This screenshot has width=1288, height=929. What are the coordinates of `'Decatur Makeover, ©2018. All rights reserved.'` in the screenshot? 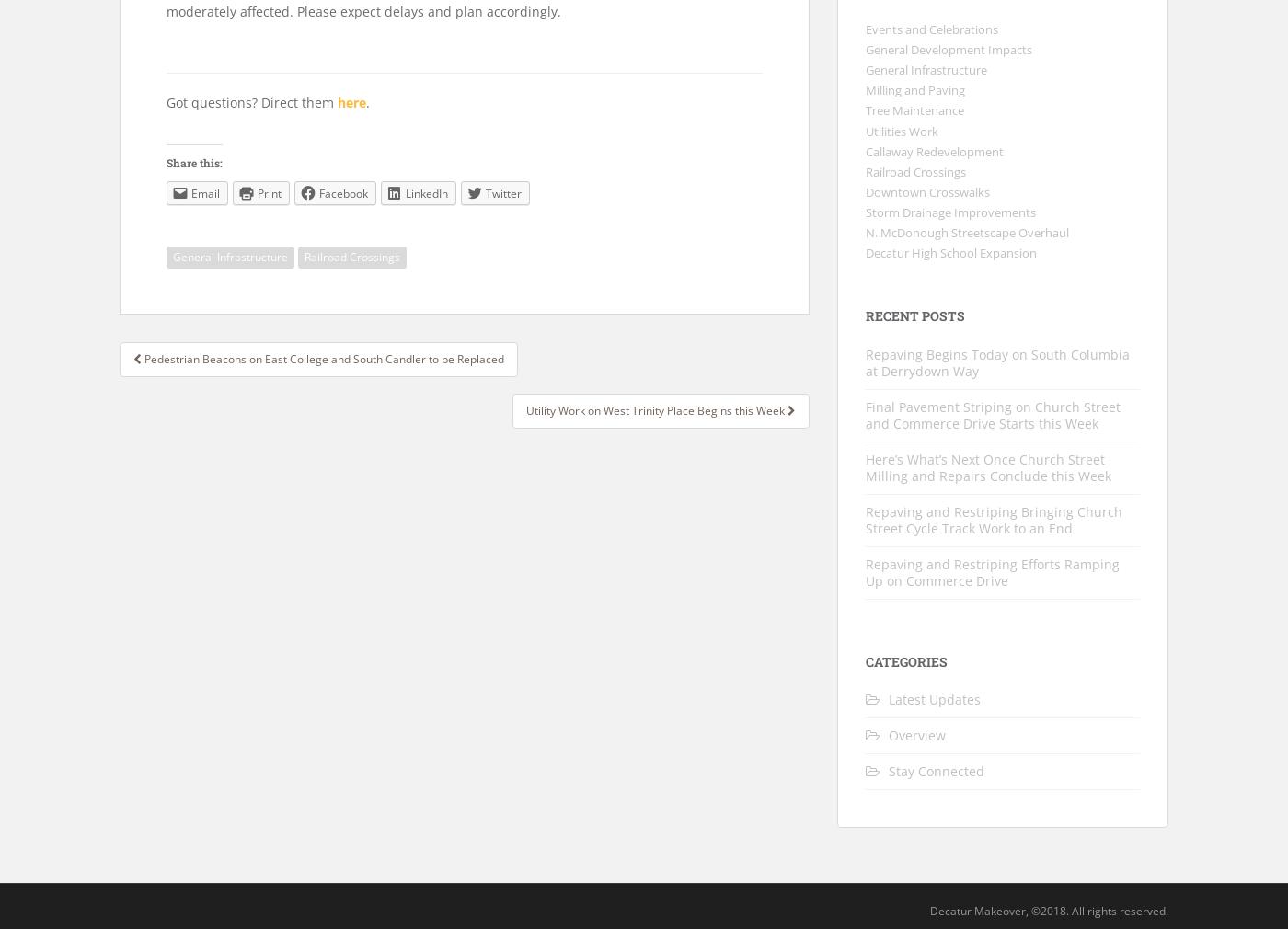 It's located at (1049, 911).